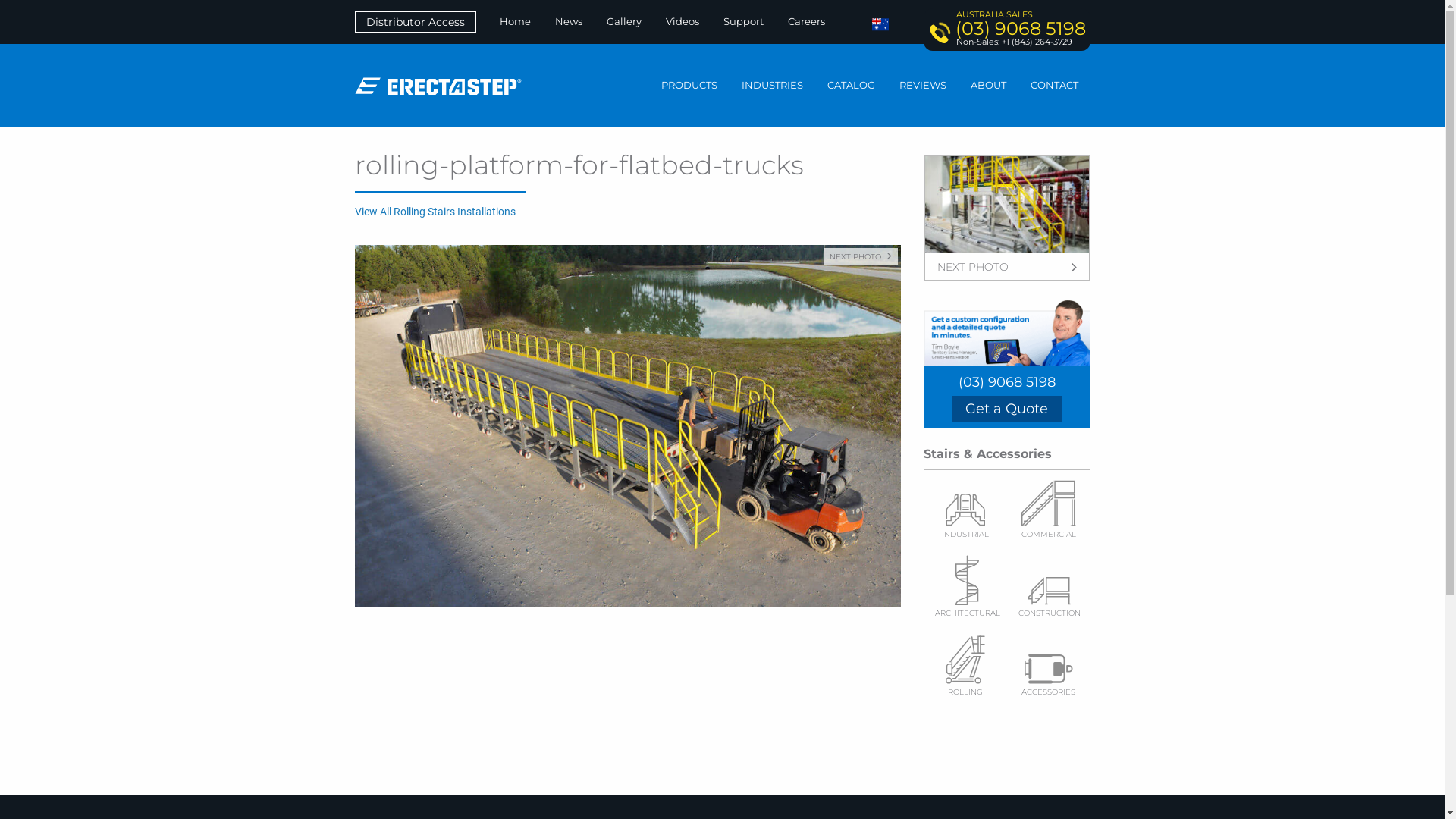 The width and height of the screenshot is (1456, 819). Describe the element at coordinates (988, 85) in the screenshot. I see `'ABOUT'` at that location.